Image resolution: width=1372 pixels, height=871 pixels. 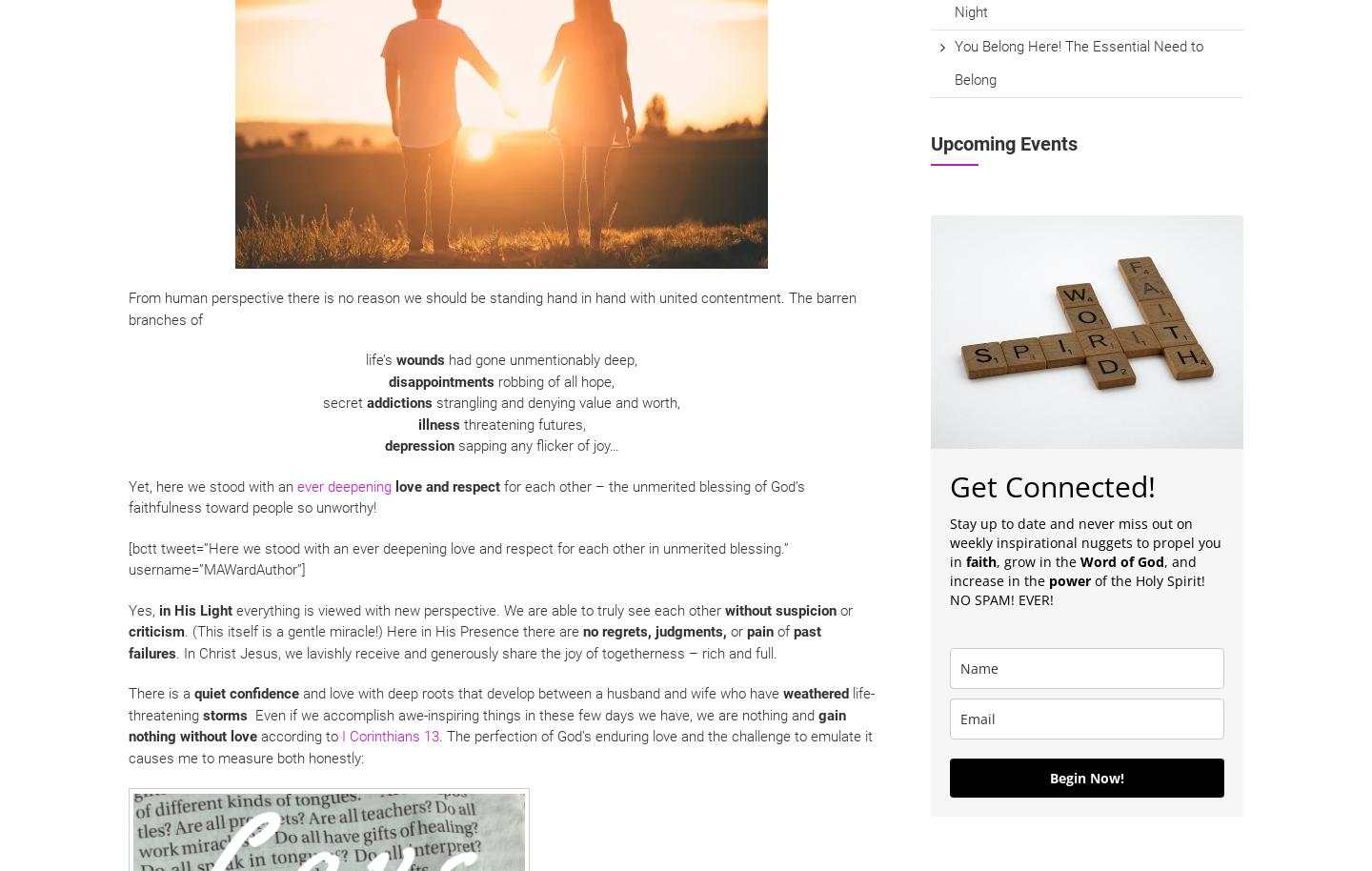 I want to click on 'life’s', so click(x=380, y=360).